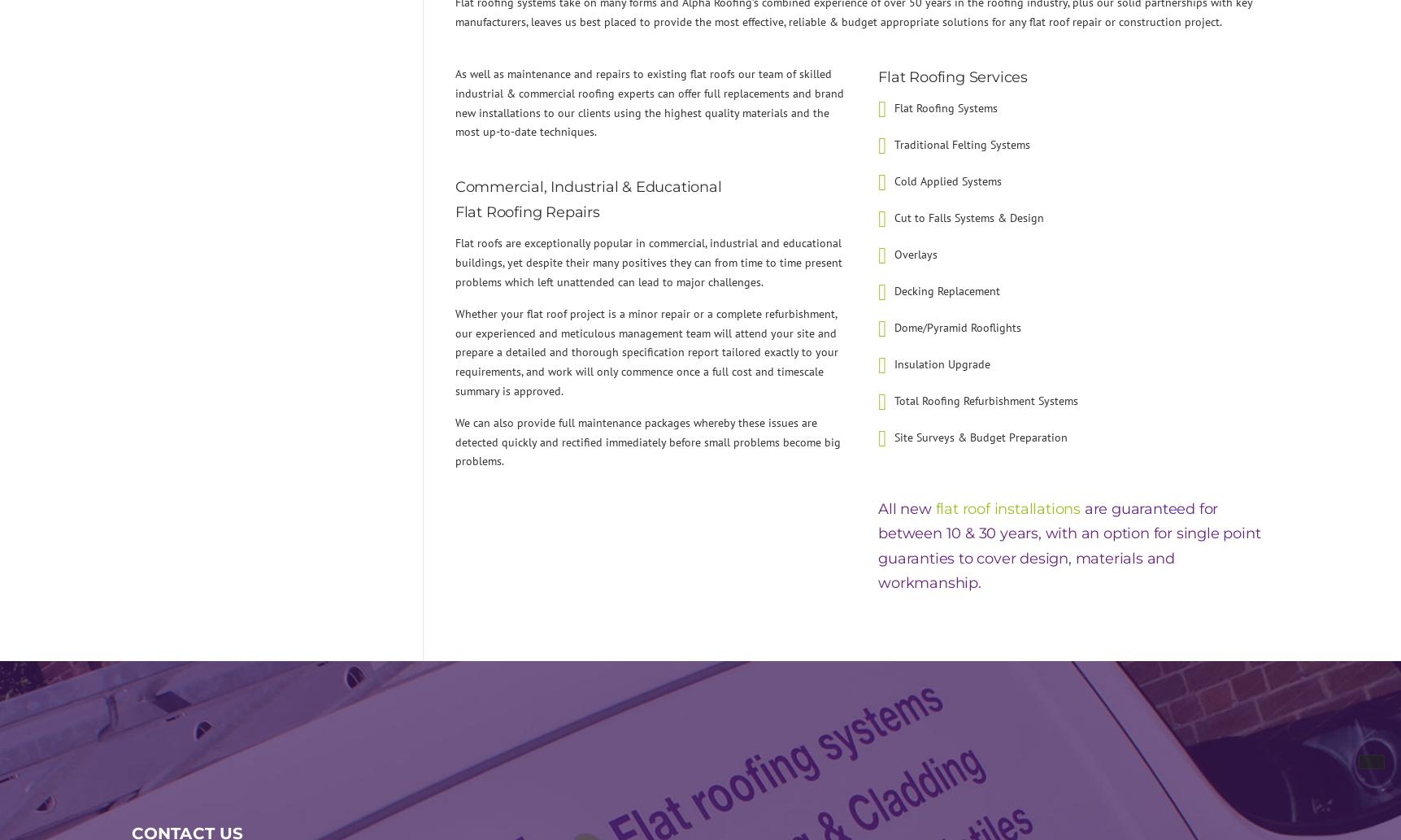 Image resolution: width=1401 pixels, height=840 pixels. I want to click on 'Flat Roofing Systems', so click(894, 107).